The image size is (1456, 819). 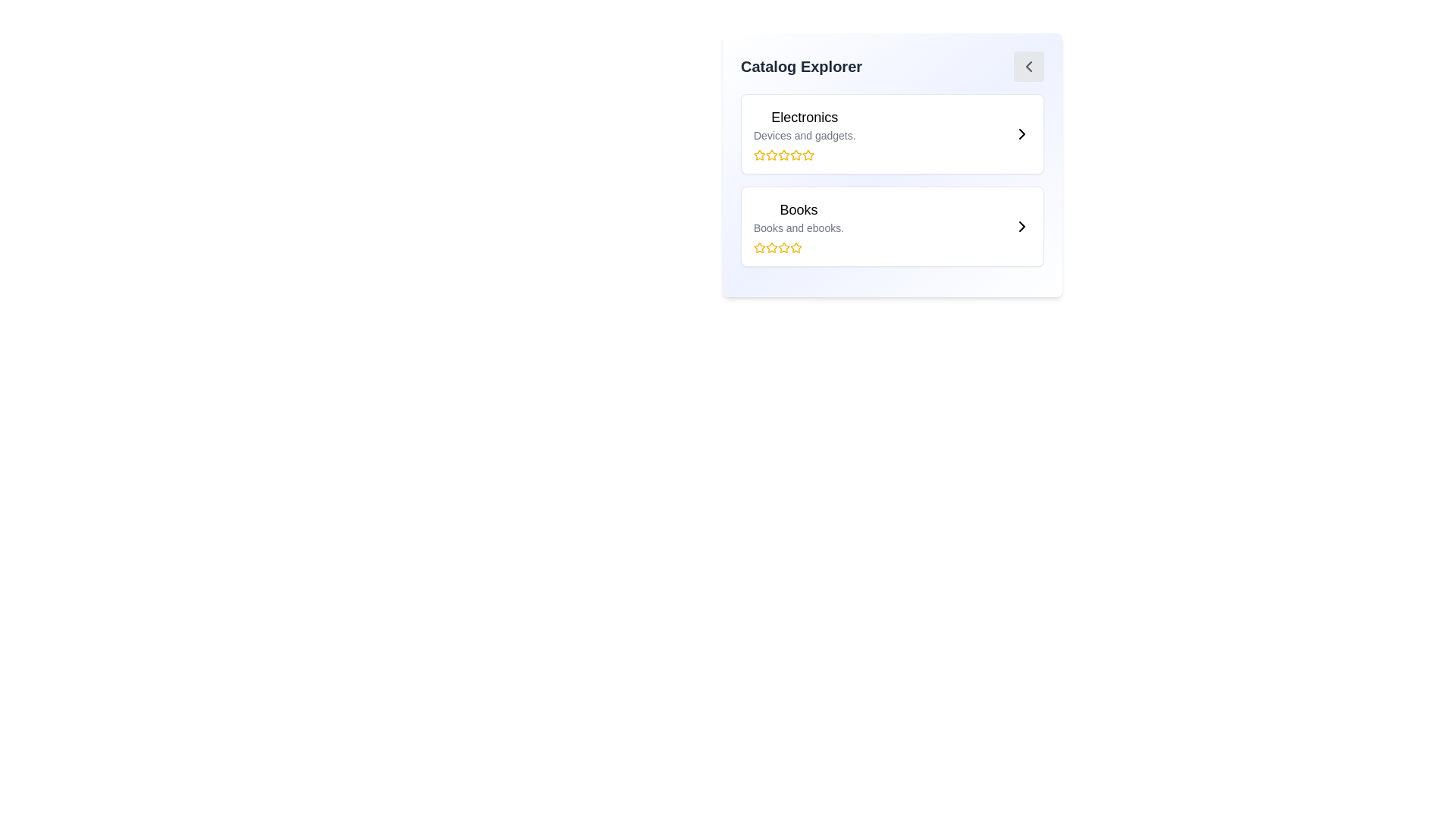 What do you see at coordinates (760, 155) in the screenshot?
I see `the first star icon in the 5-star rating system for the 'Electronics' category in the 'Catalog Explorer' interface` at bounding box center [760, 155].